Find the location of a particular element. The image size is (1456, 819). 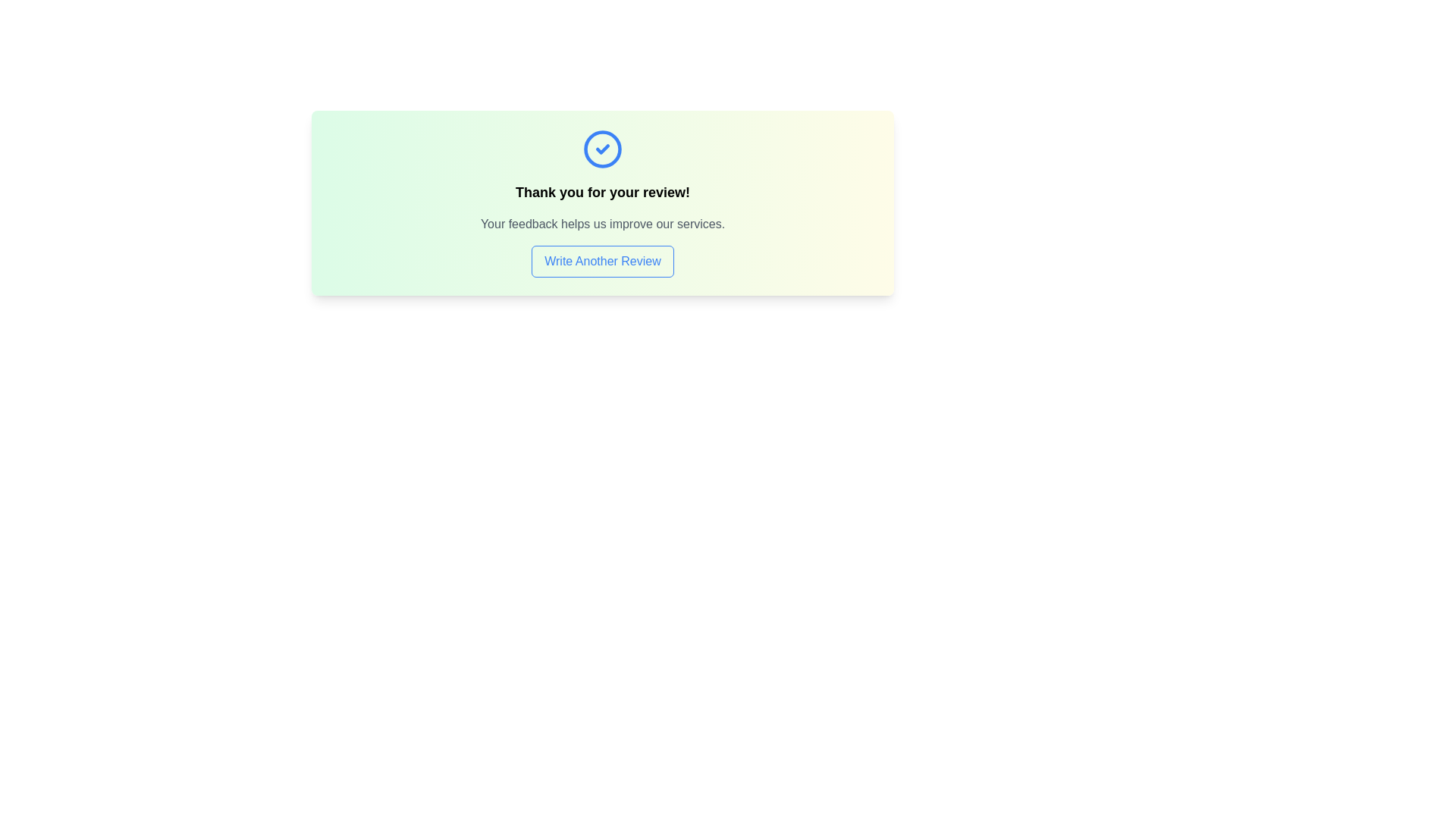

the 'Write Another Review' button, which is a rectangular button with rounded corners and a blue border, located centrally below two lines of text is located at coordinates (602, 260).